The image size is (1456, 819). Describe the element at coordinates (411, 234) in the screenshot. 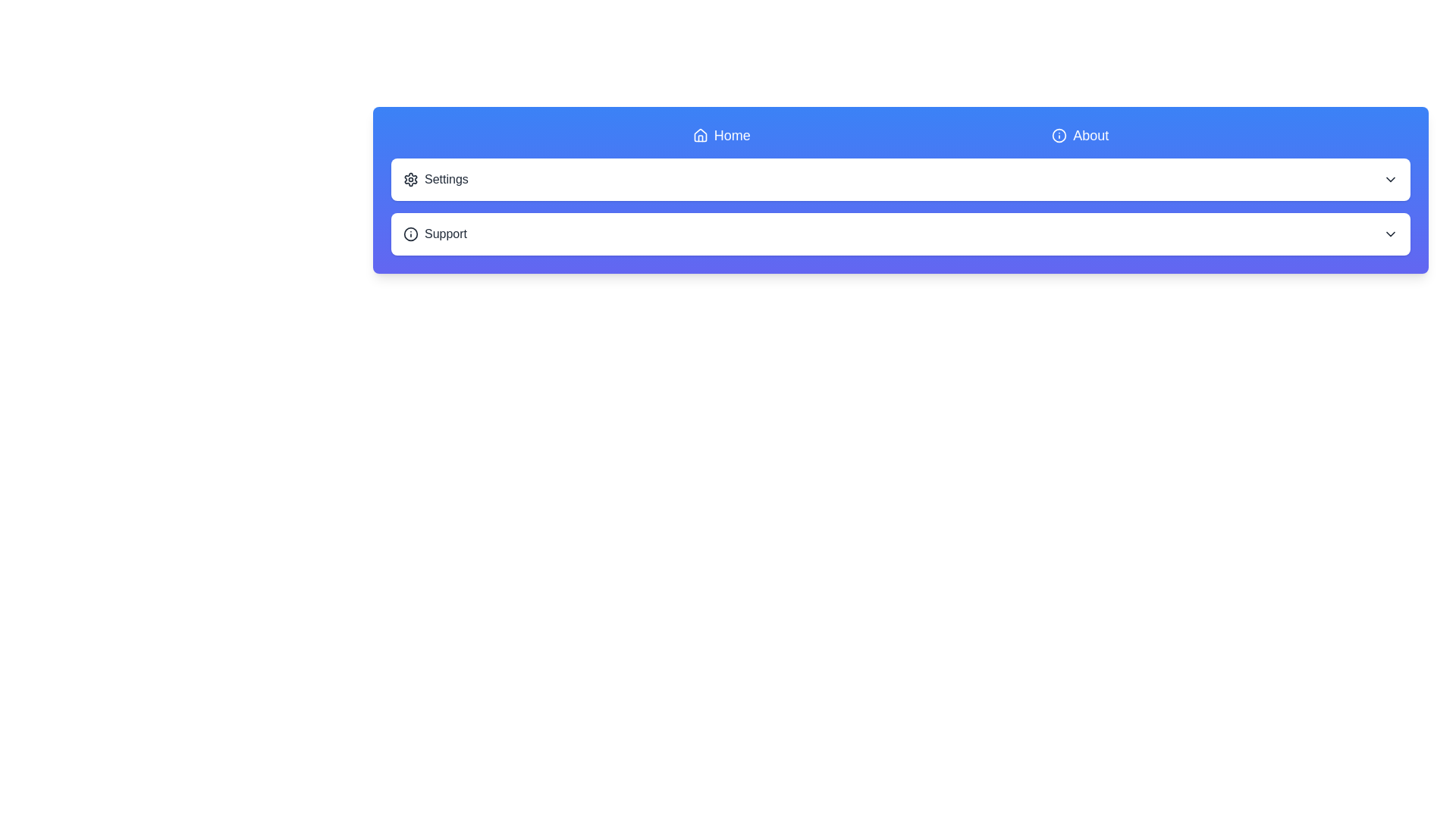

I see `the small circular information icon located to the left of the 'Support' text` at that location.